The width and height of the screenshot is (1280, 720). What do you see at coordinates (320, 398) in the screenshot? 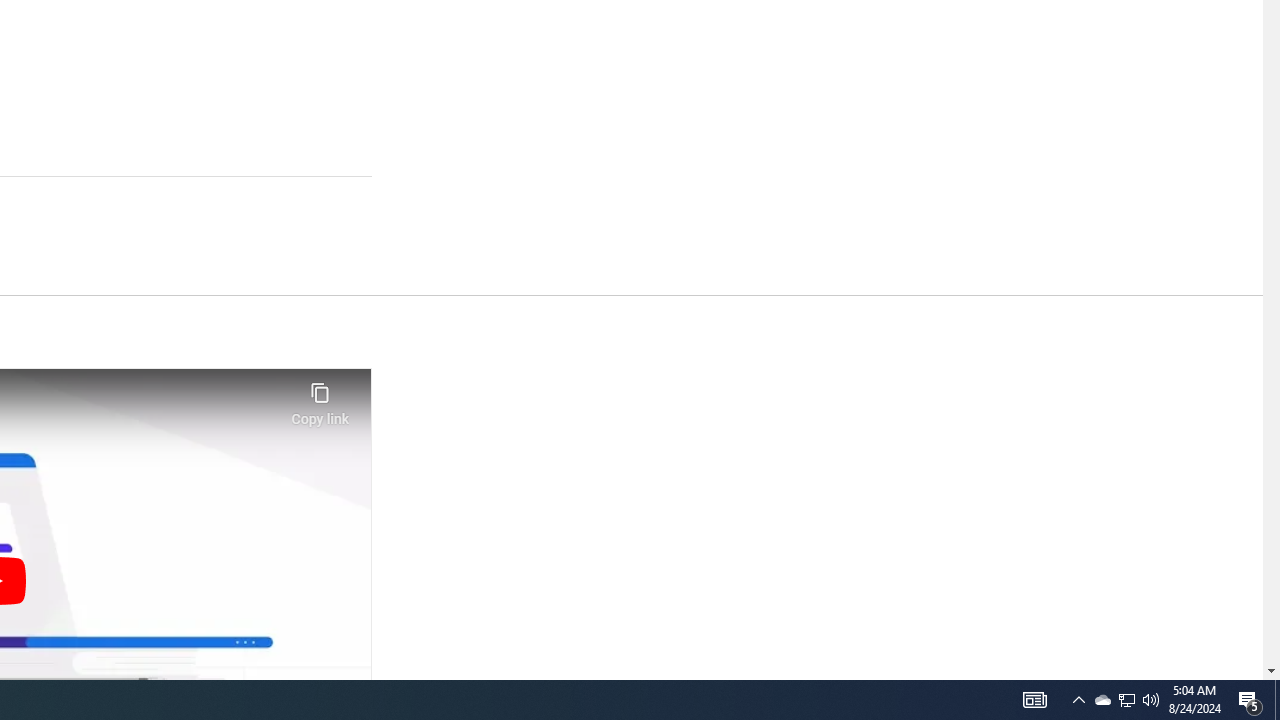
I see `'Copy link'` at bounding box center [320, 398].